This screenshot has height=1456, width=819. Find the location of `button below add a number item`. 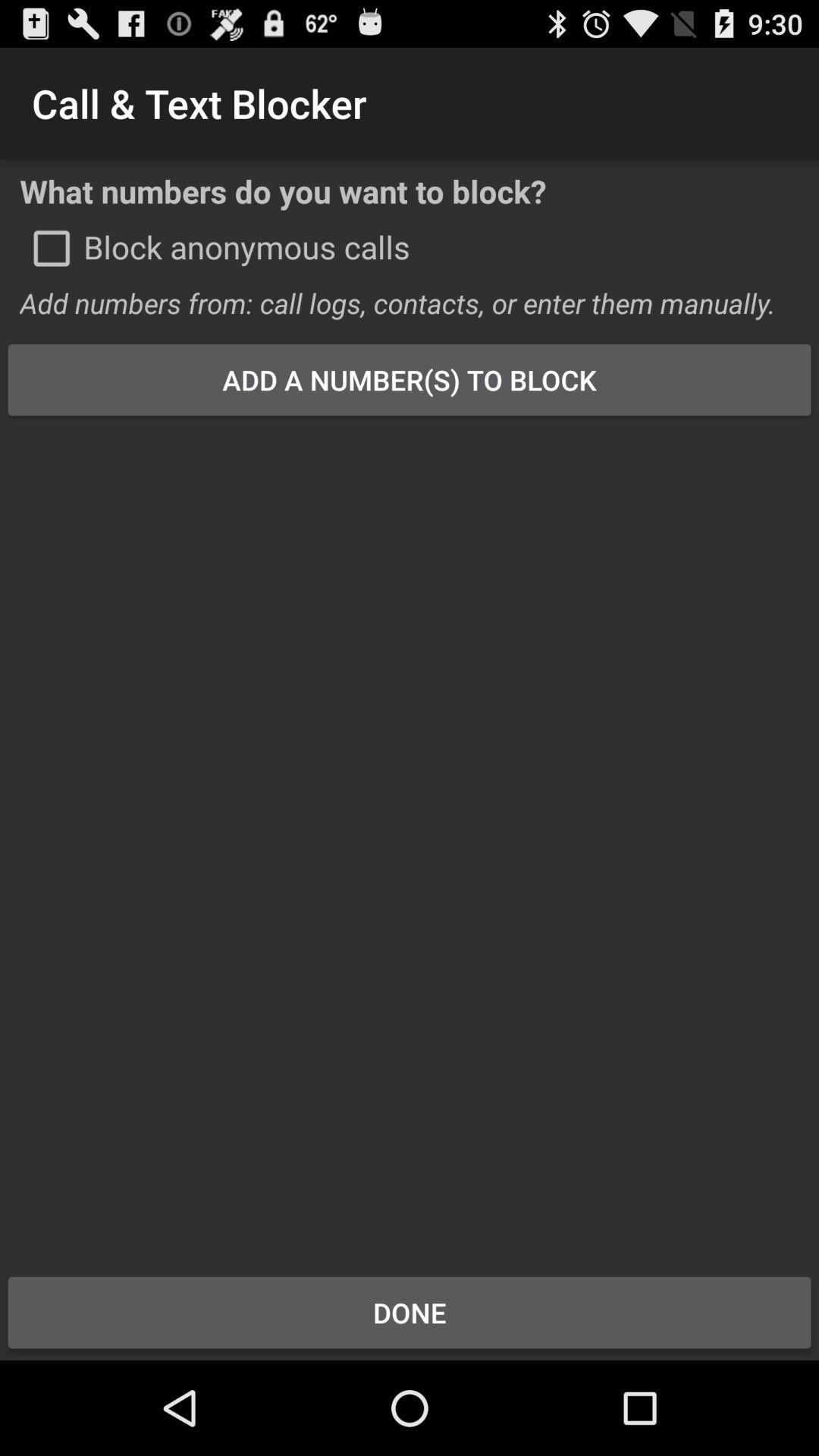

button below add a number item is located at coordinates (409, 835).